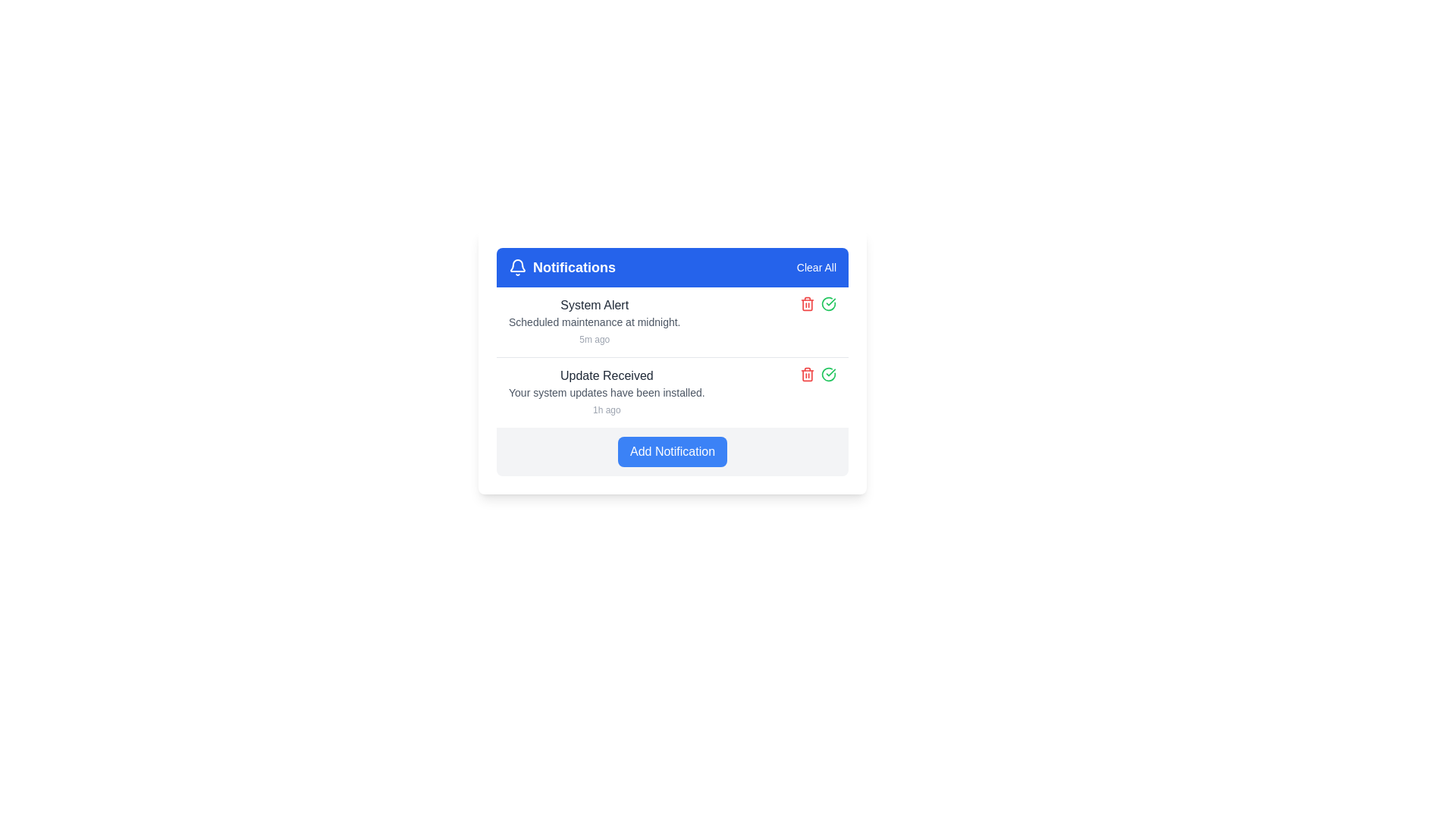 This screenshot has width=1456, height=819. I want to click on the 'Add Notification' button, which is a rectangular button with rounded corners, blue background, and white text located at the bottom section of the notification card, so click(672, 451).